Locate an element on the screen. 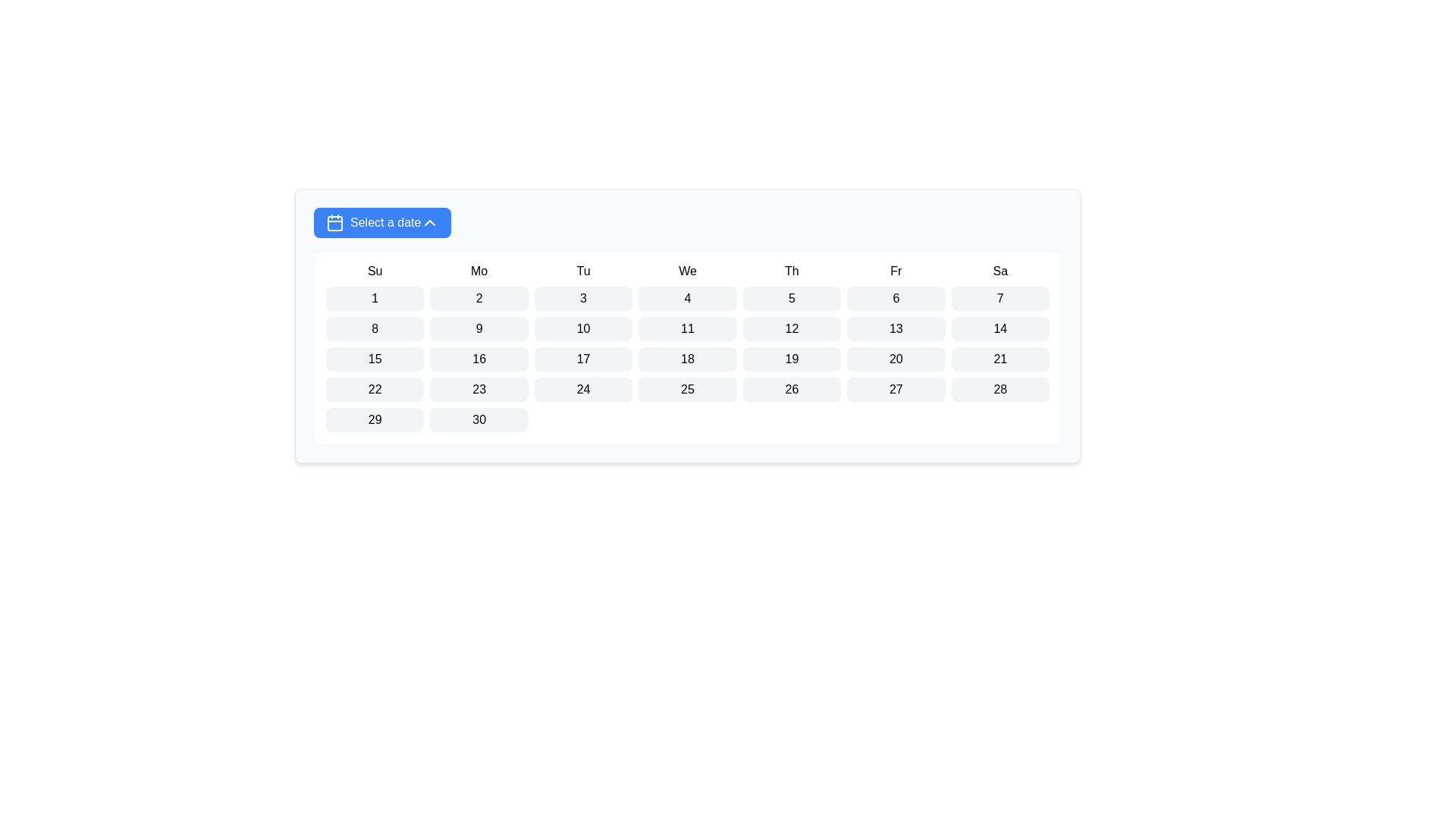 The image size is (1456, 819). keyboard navigation is located at coordinates (896, 359).